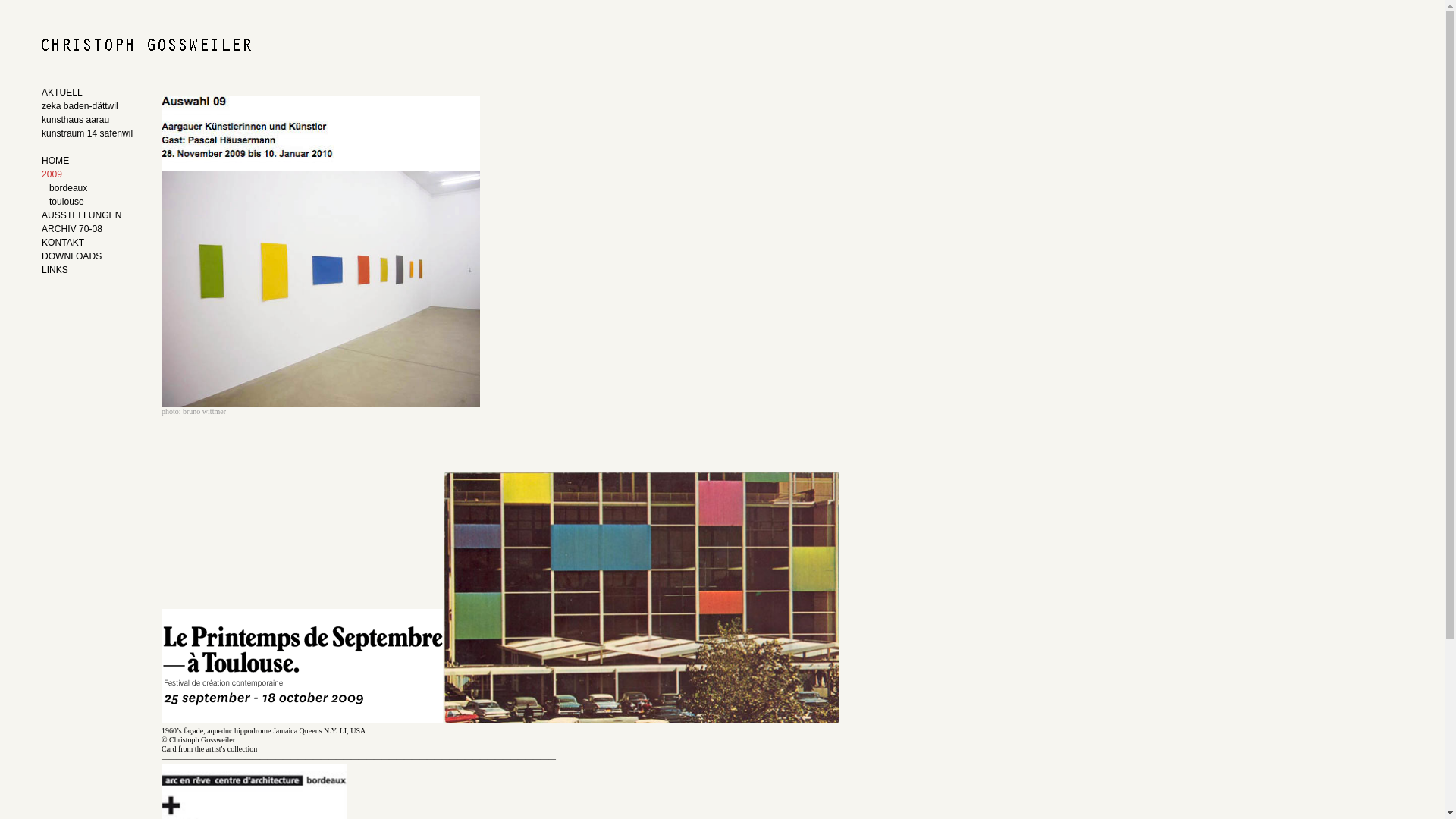 This screenshot has width=1456, height=819. What do you see at coordinates (79, 256) in the screenshot?
I see `'DOWNLOADS'` at bounding box center [79, 256].